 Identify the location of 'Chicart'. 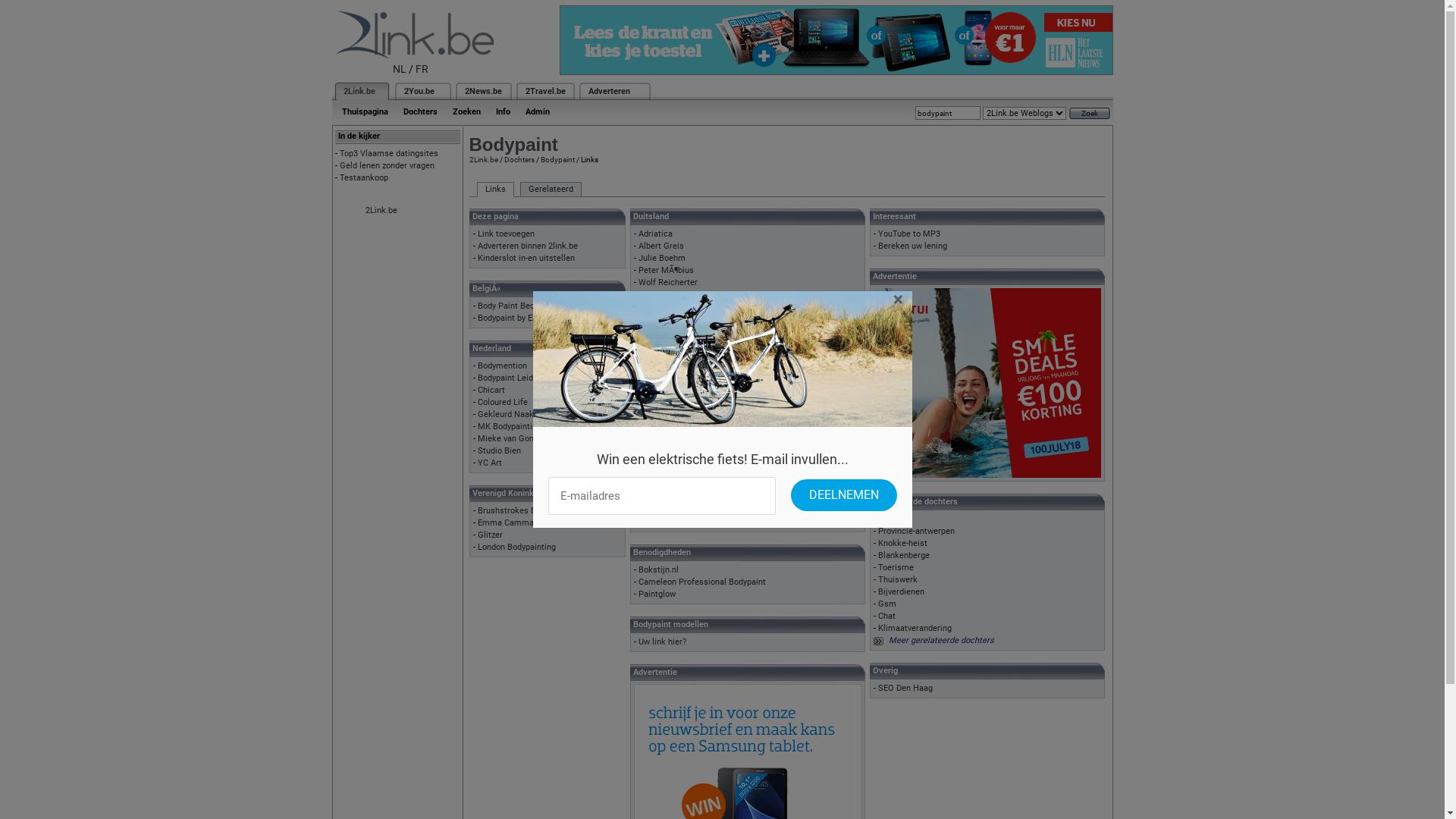
(491, 389).